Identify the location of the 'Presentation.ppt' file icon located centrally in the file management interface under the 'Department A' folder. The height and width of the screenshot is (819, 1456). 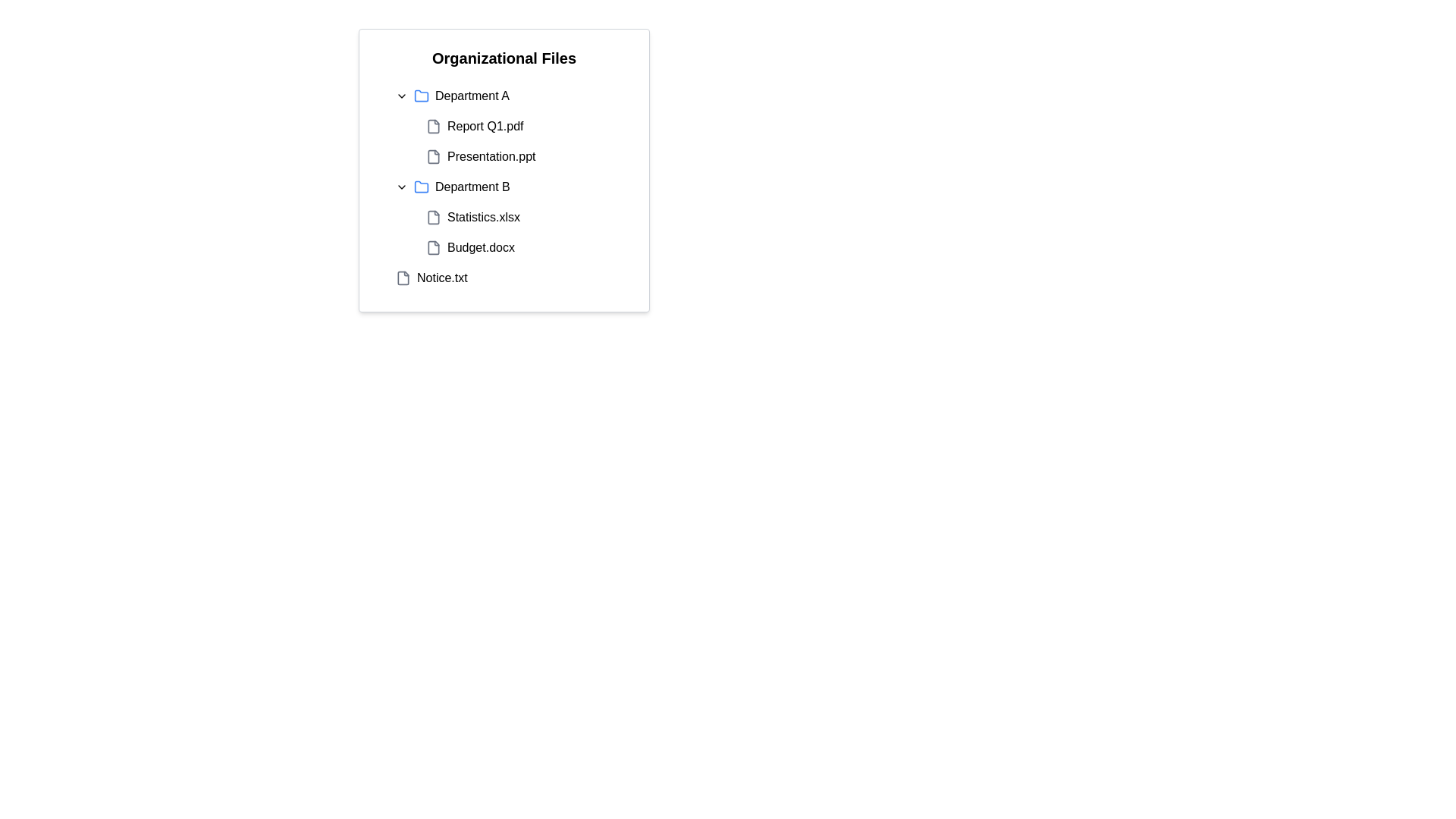
(432, 157).